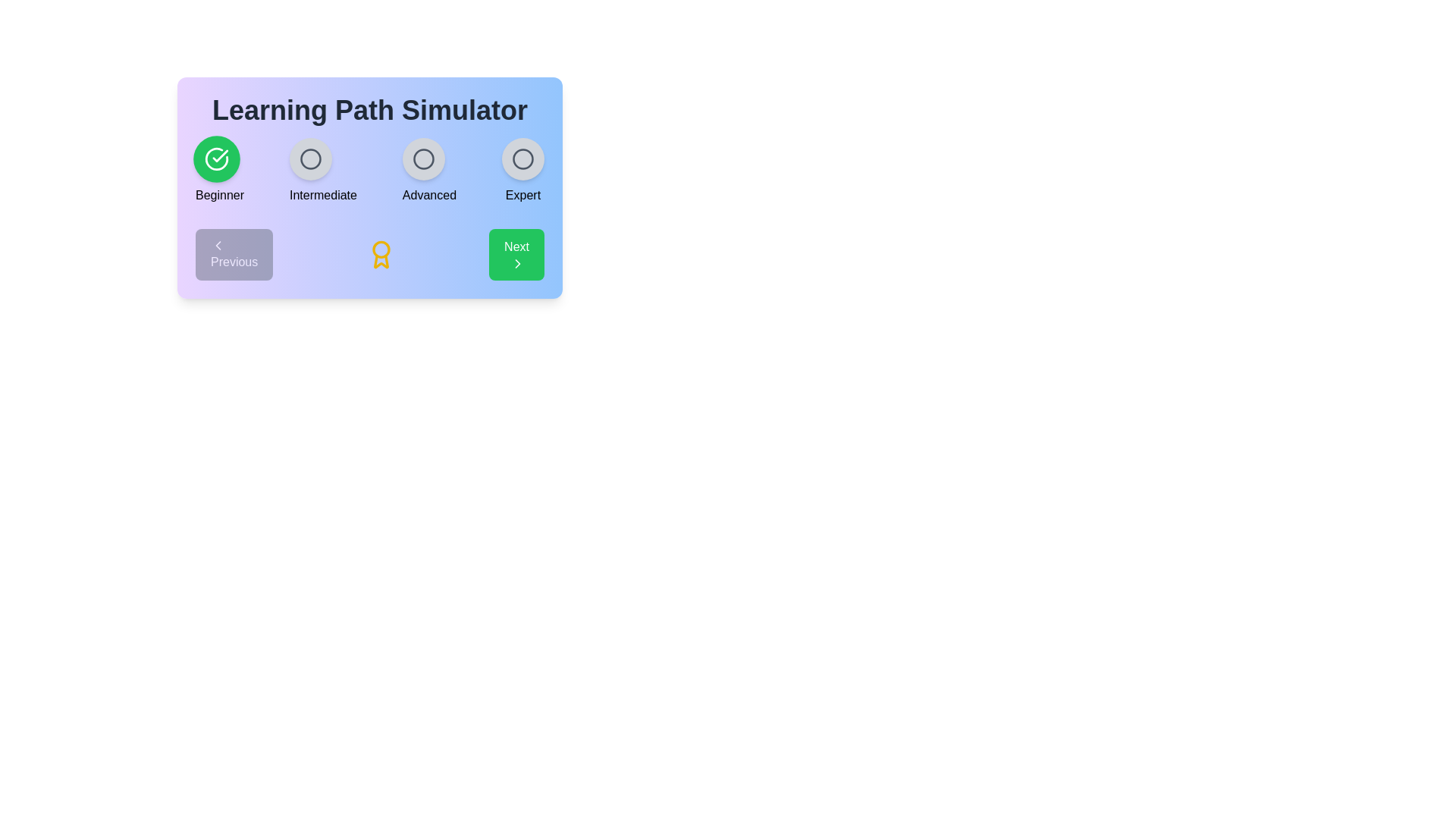 The height and width of the screenshot is (819, 1456). Describe the element at coordinates (523, 194) in the screenshot. I see `the 'Expert' text label, which is the fourth label in a horizontal list of expertise options` at that location.